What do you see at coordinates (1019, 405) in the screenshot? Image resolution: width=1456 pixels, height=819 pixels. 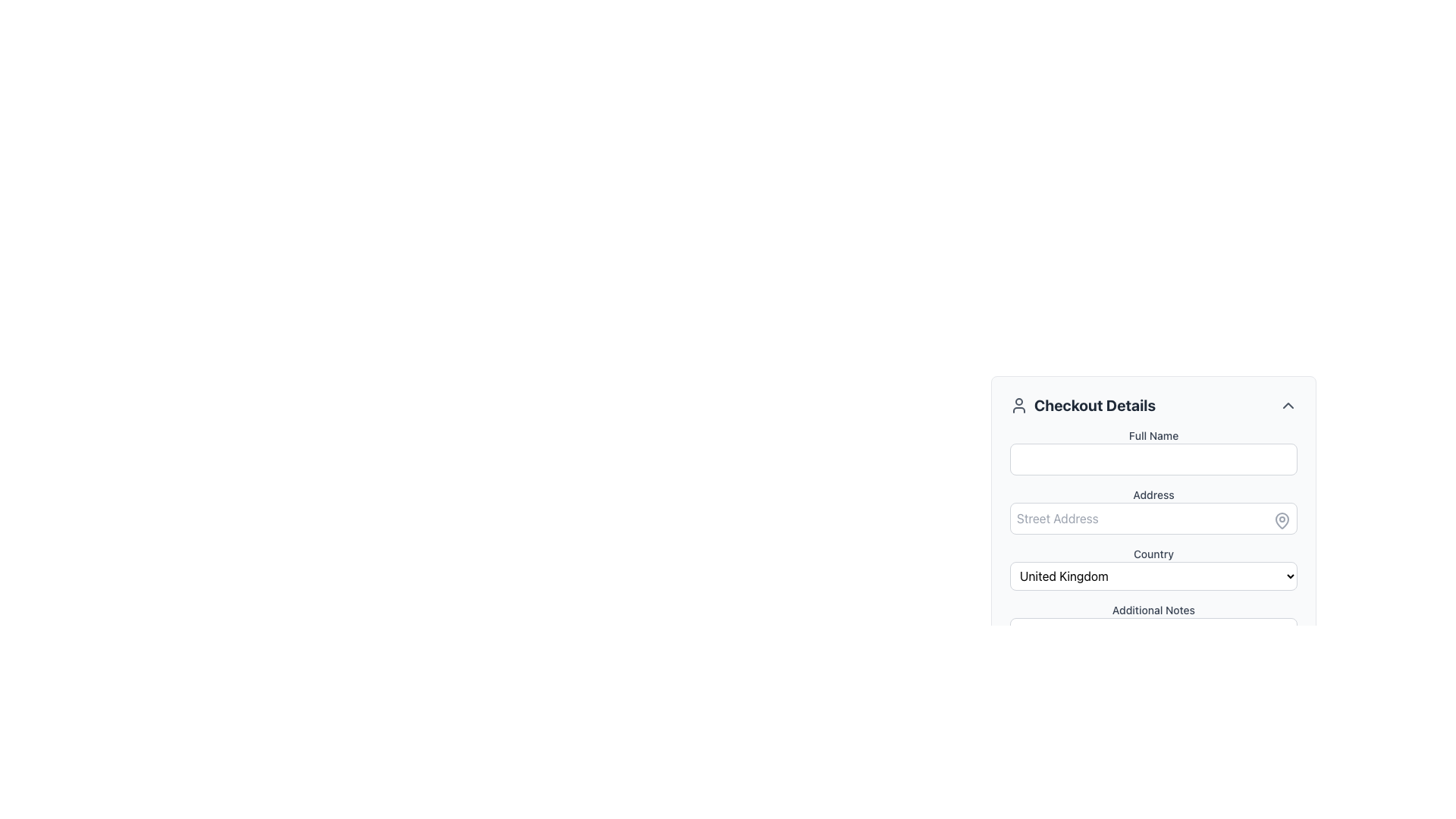 I see `the user profile icon located to the left of the 'Checkout Details' text at the top of the details form section` at bounding box center [1019, 405].